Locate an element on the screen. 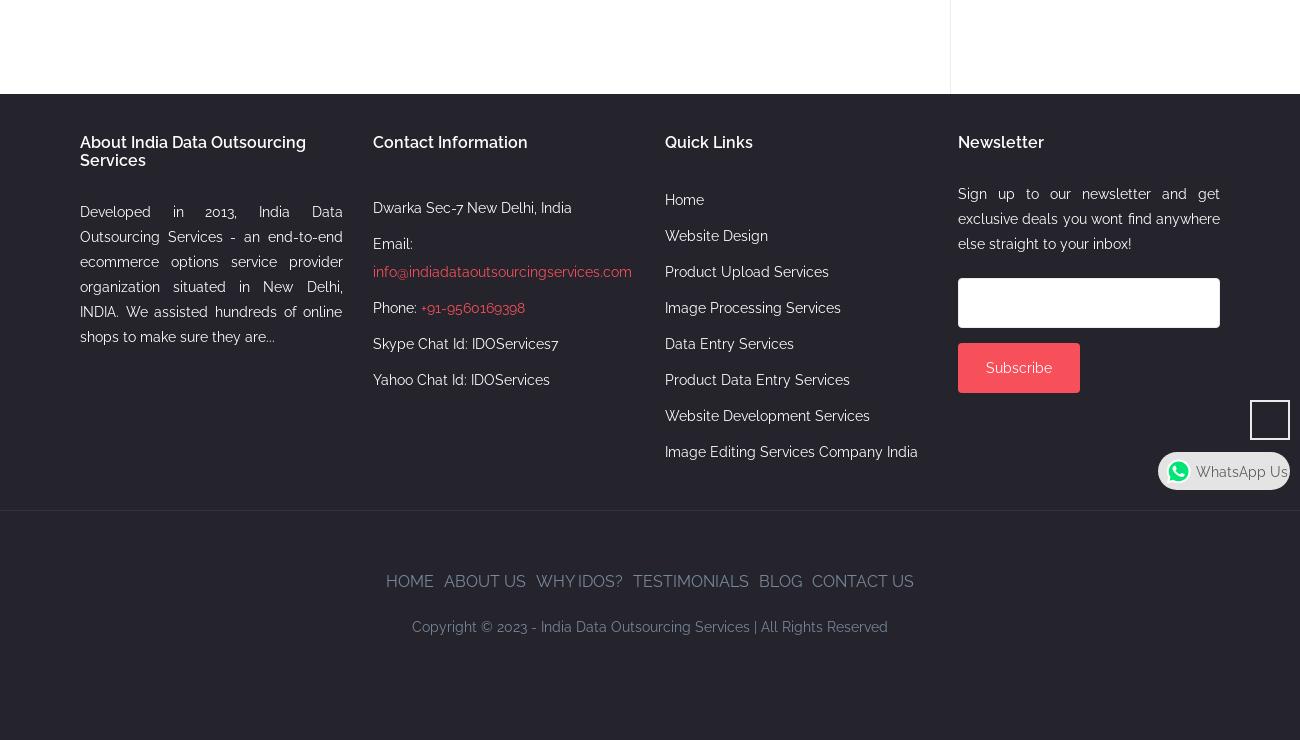 This screenshot has width=1300, height=740. 'WhatsApp Us' is located at coordinates (1241, 471).